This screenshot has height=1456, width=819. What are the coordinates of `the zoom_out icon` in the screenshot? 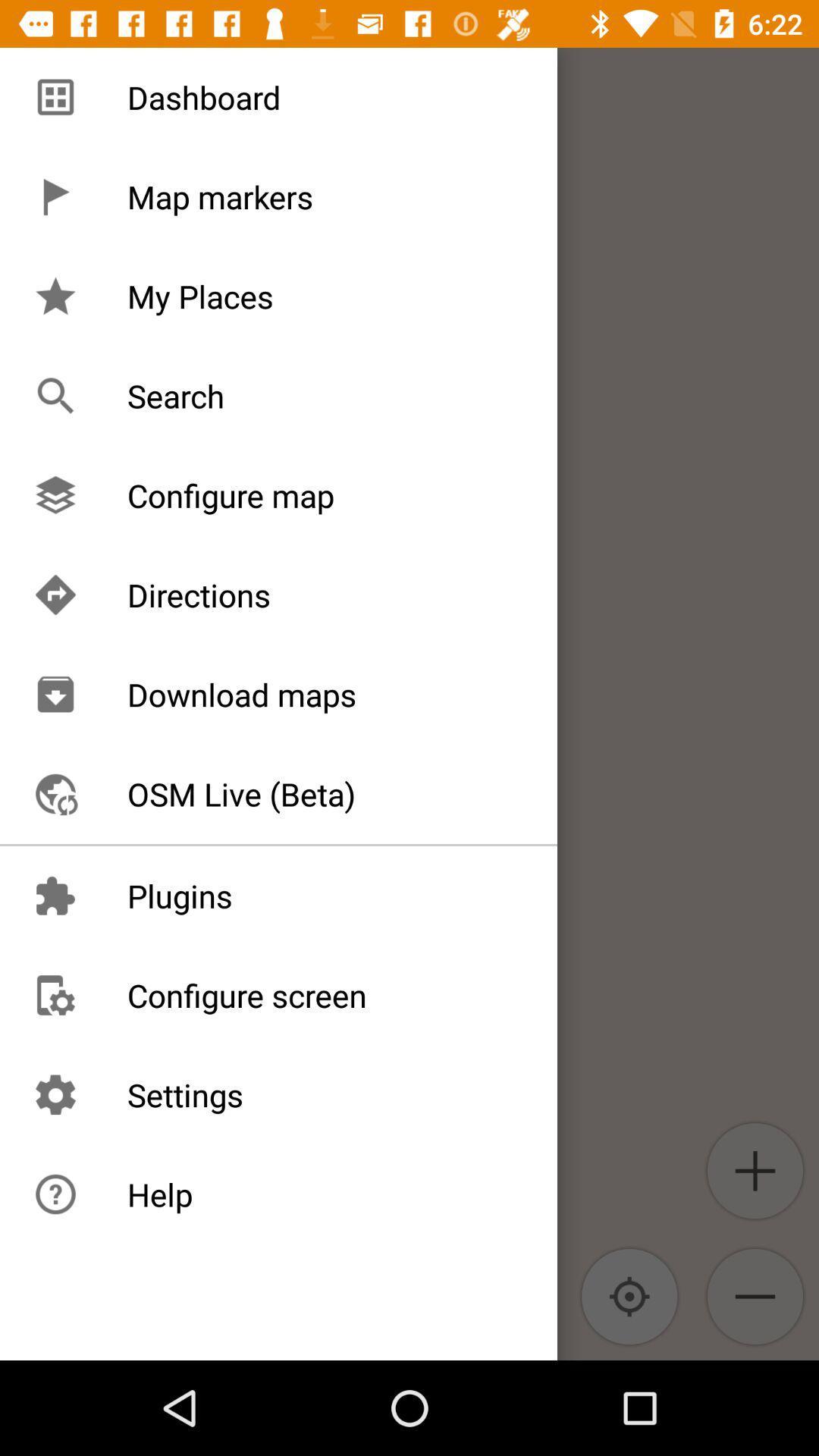 It's located at (755, 1295).